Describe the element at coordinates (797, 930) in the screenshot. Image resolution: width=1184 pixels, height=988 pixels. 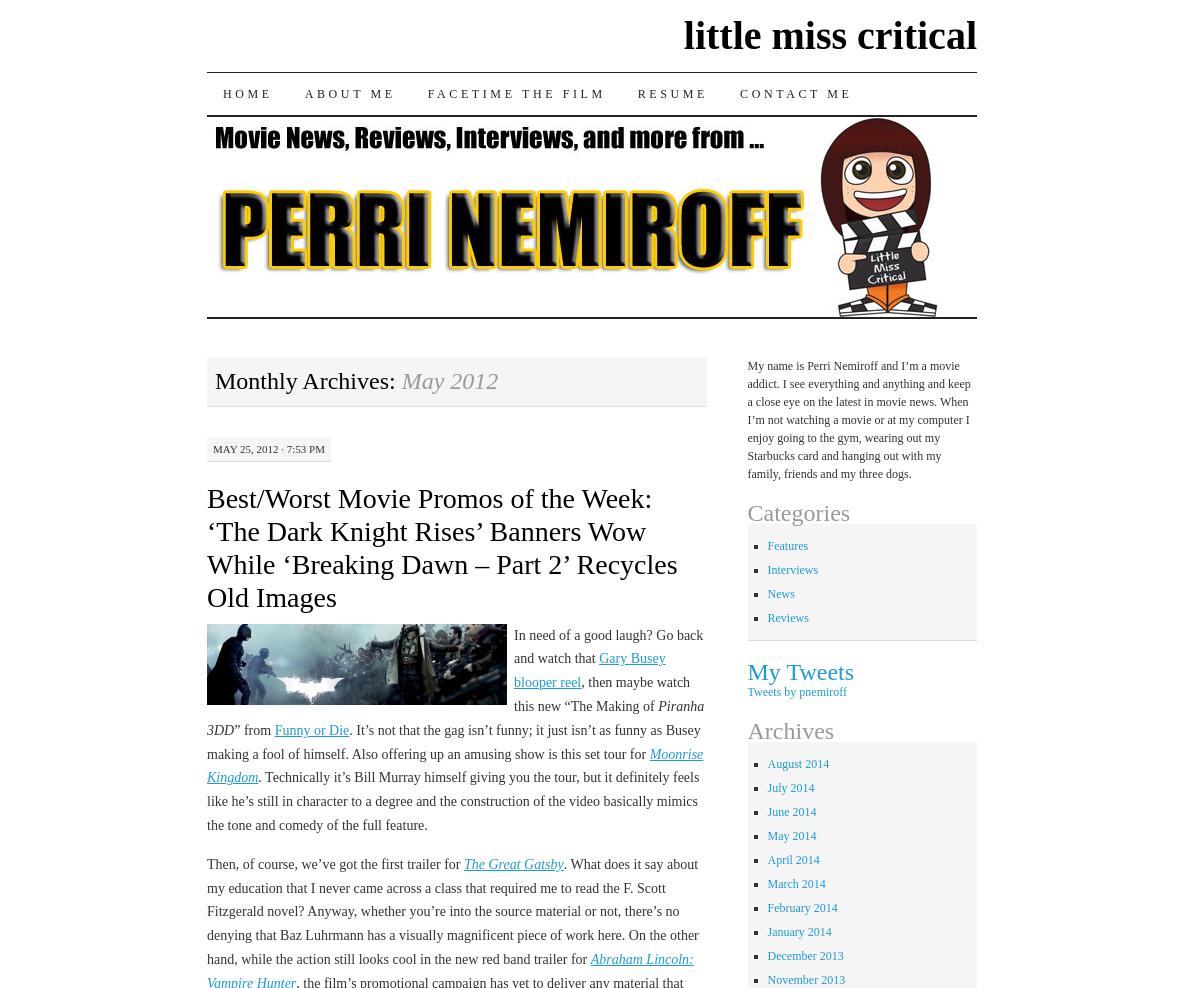
I see `'January 2014'` at that location.